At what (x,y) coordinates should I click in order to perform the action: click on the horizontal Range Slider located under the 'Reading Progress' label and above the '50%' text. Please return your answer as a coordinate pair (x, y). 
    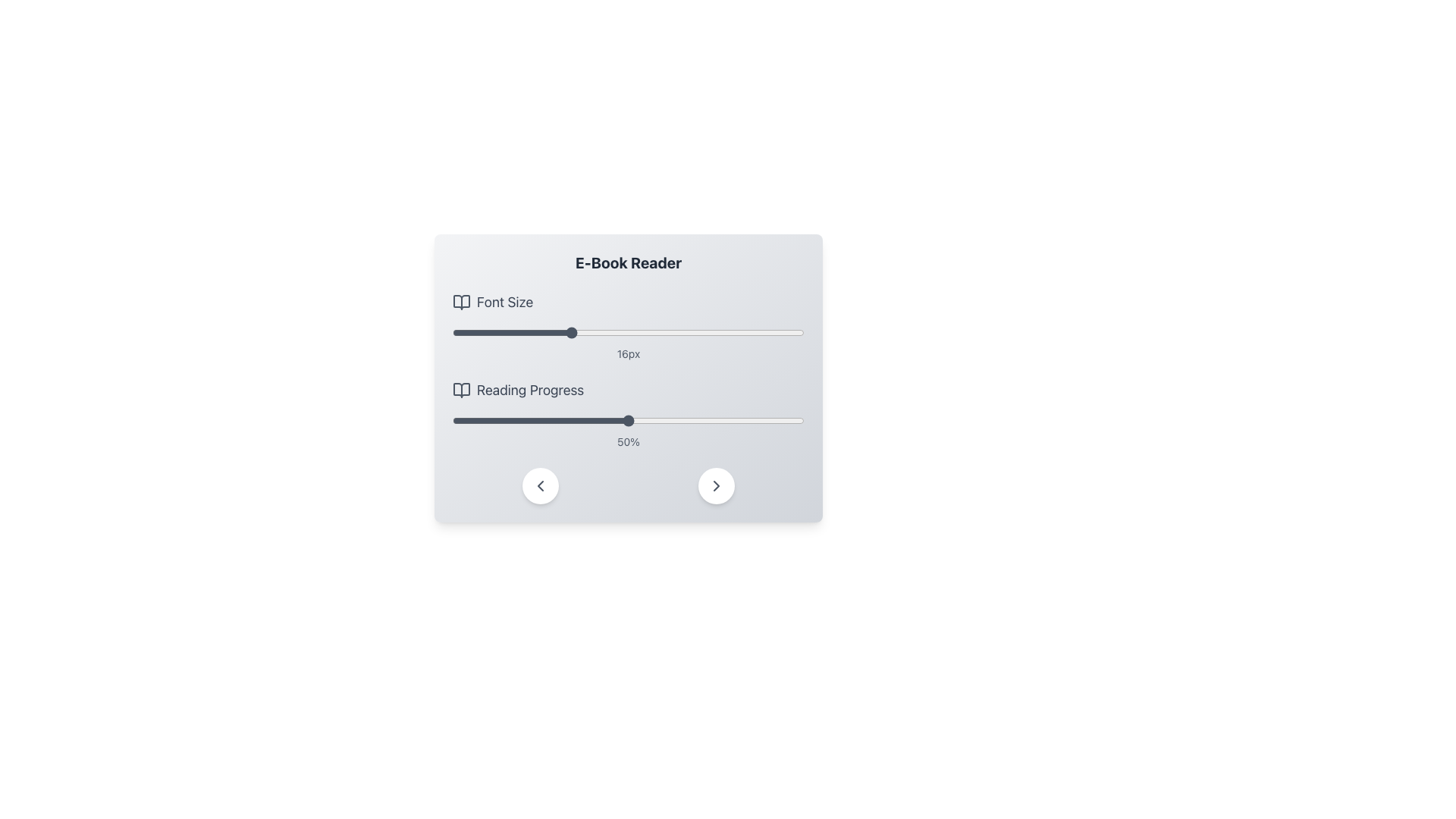
    Looking at the image, I should click on (629, 421).